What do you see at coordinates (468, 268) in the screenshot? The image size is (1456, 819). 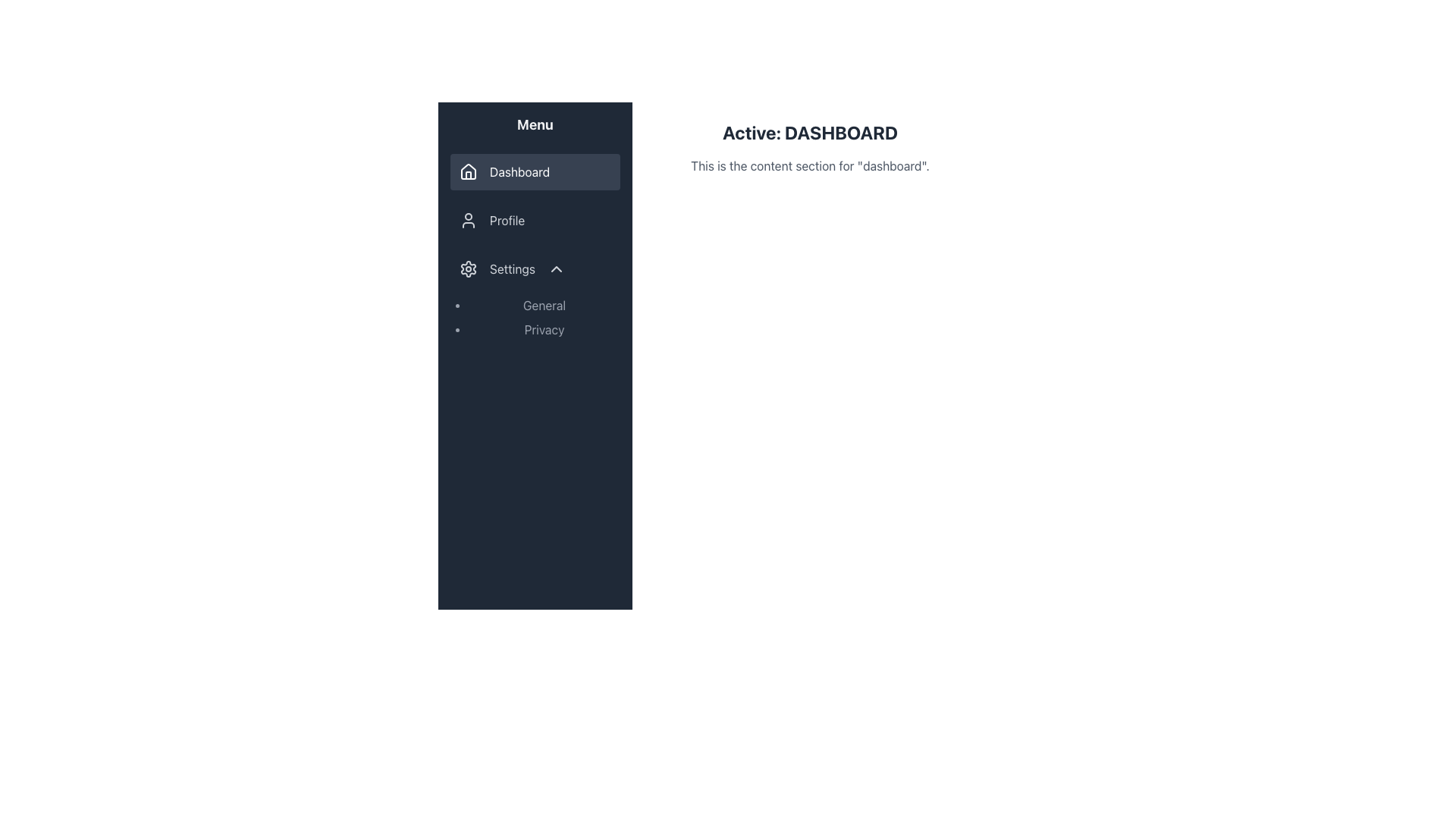 I see `the 'Settings' icon in the left-side navigation menu to interact with its associated menu` at bounding box center [468, 268].